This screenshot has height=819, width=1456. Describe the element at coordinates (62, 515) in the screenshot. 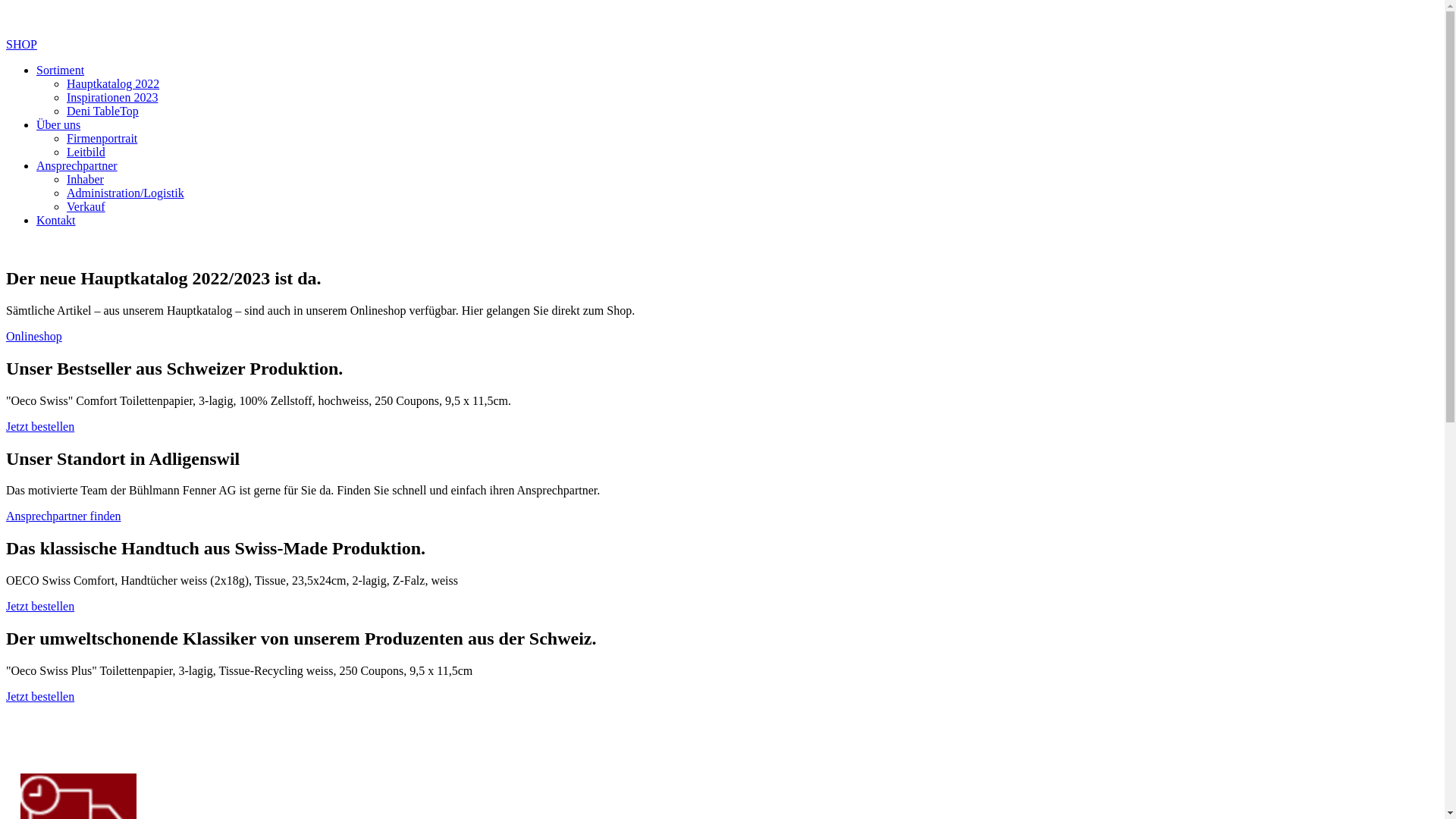

I see `'Ansprechpartner finden'` at that location.